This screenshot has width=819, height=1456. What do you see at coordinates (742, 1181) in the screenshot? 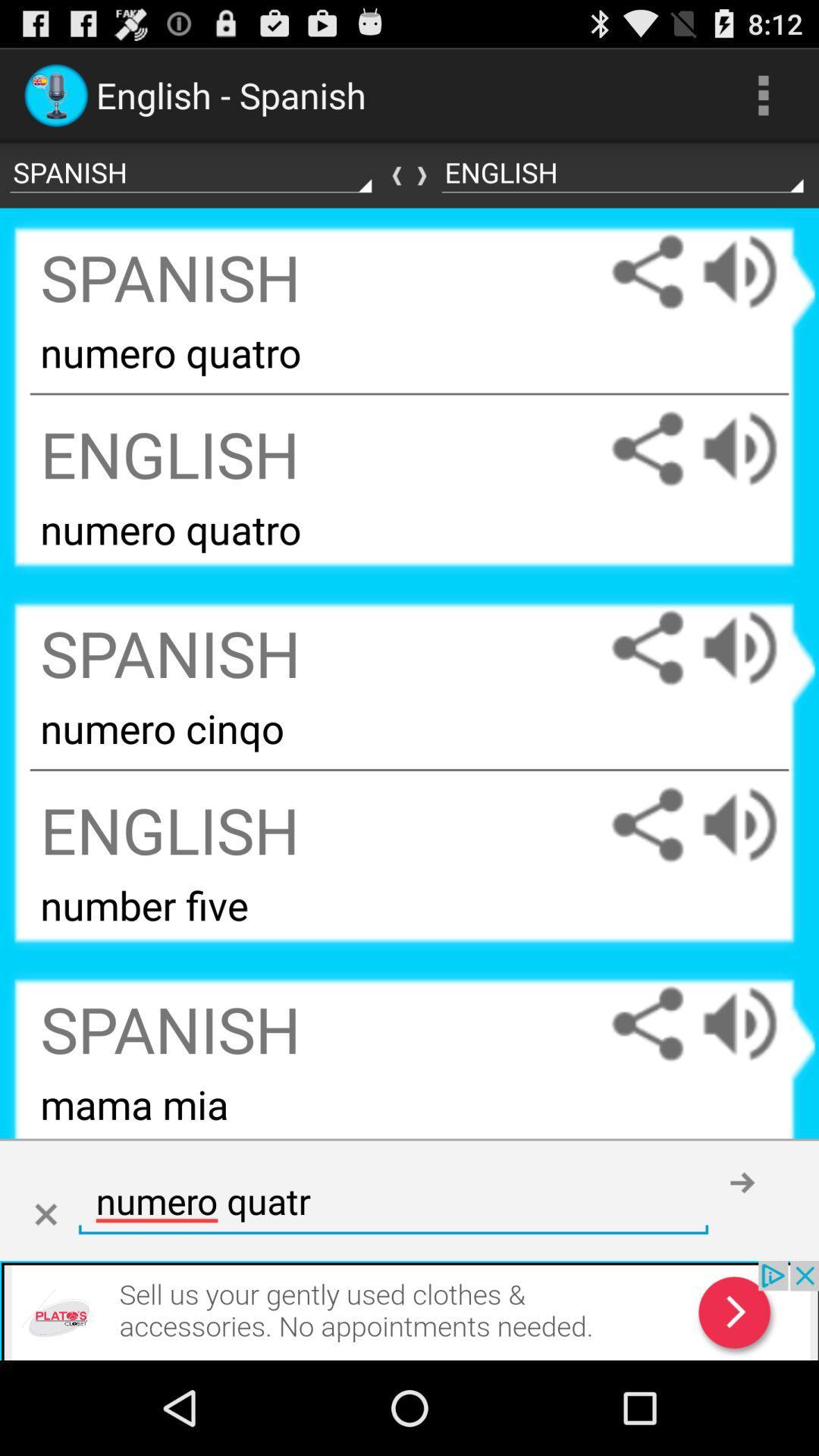
I see `go forward submit` at bounding box center [742, 1181].